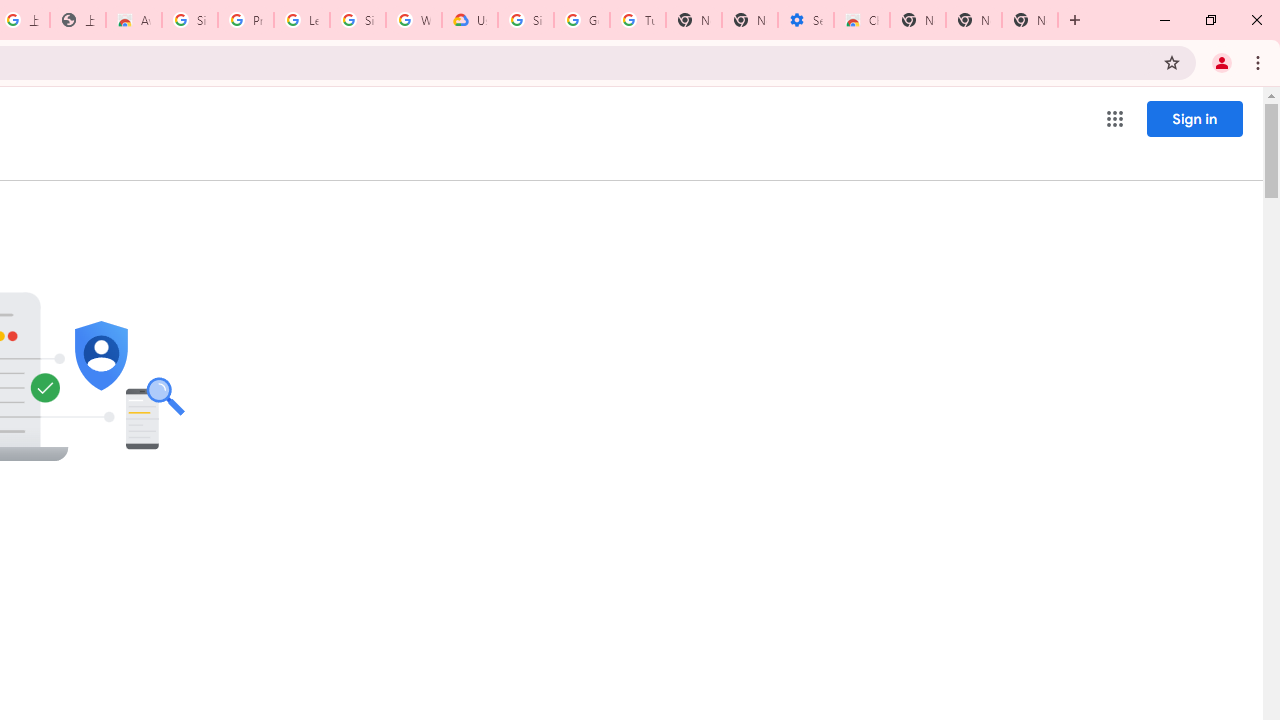 The height and width of the screenshot is (720, 1280). I want to click on 'Settings - Accessibility', so click(806, 20).